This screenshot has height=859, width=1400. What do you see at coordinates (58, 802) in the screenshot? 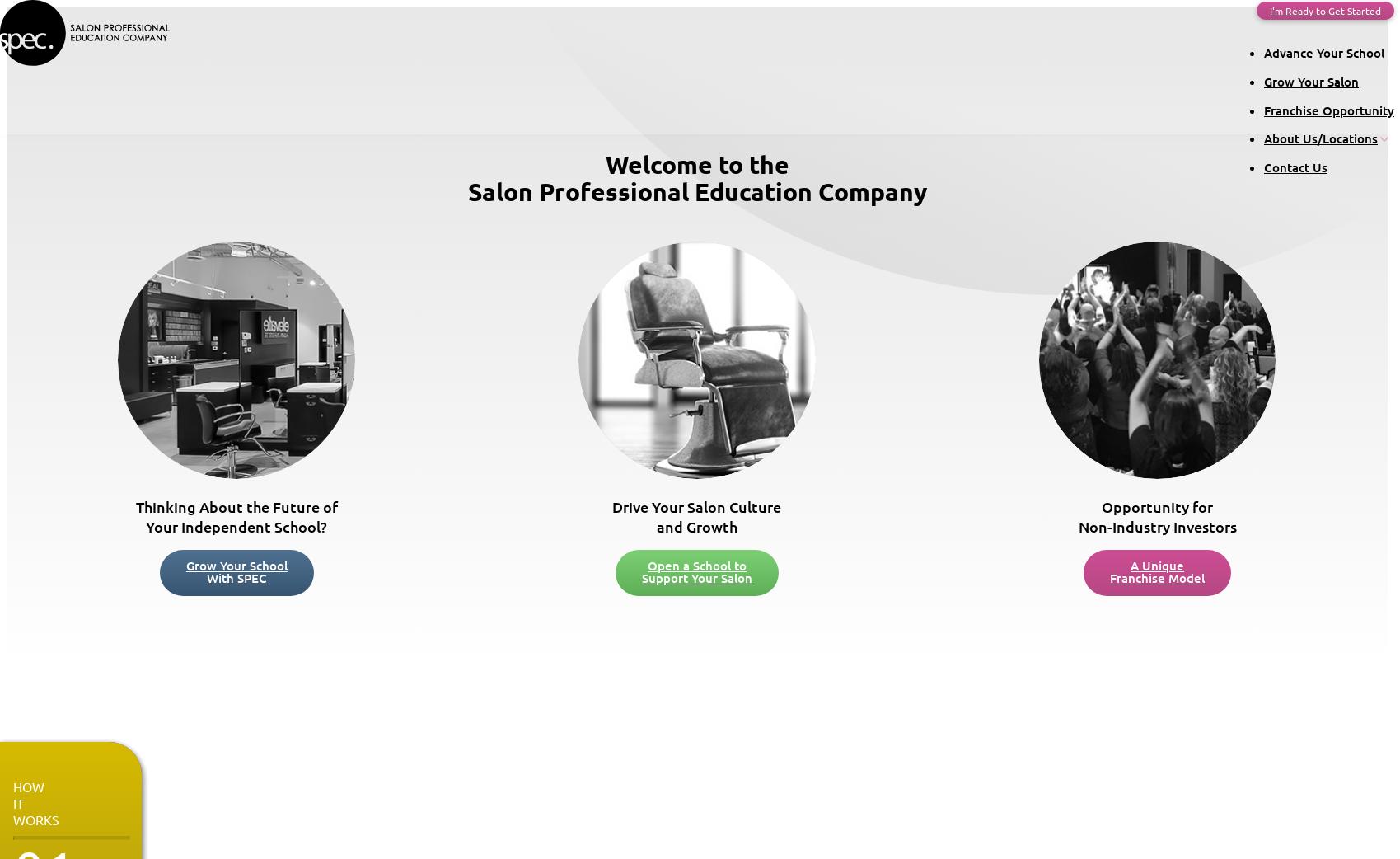
I see `'FRANCHISE OPPORTUNITY'` at bounding box center [58, 802].